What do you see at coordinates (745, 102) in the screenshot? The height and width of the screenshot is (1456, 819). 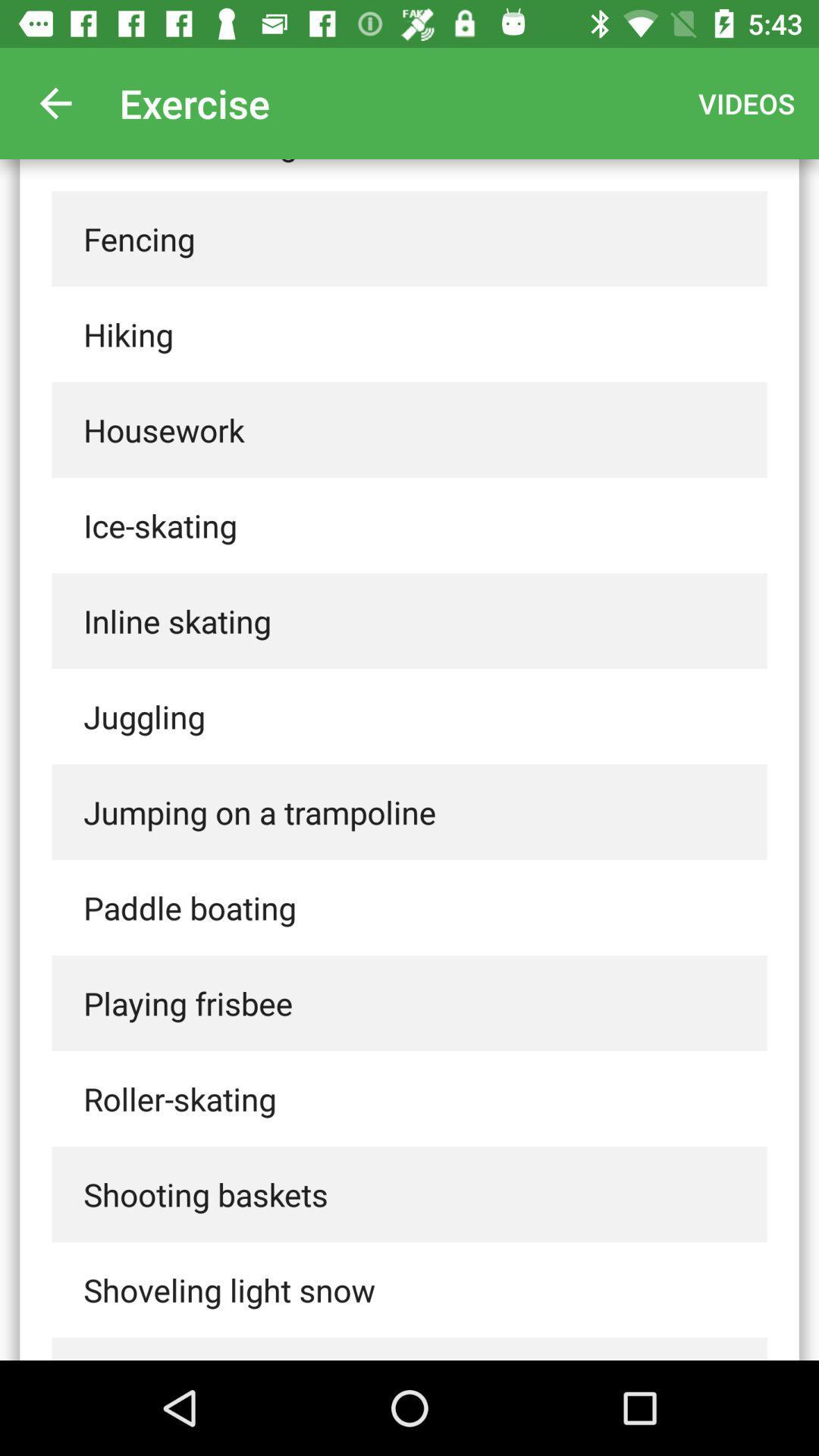 I see `the videos icon` at bounding box center [745, 102].